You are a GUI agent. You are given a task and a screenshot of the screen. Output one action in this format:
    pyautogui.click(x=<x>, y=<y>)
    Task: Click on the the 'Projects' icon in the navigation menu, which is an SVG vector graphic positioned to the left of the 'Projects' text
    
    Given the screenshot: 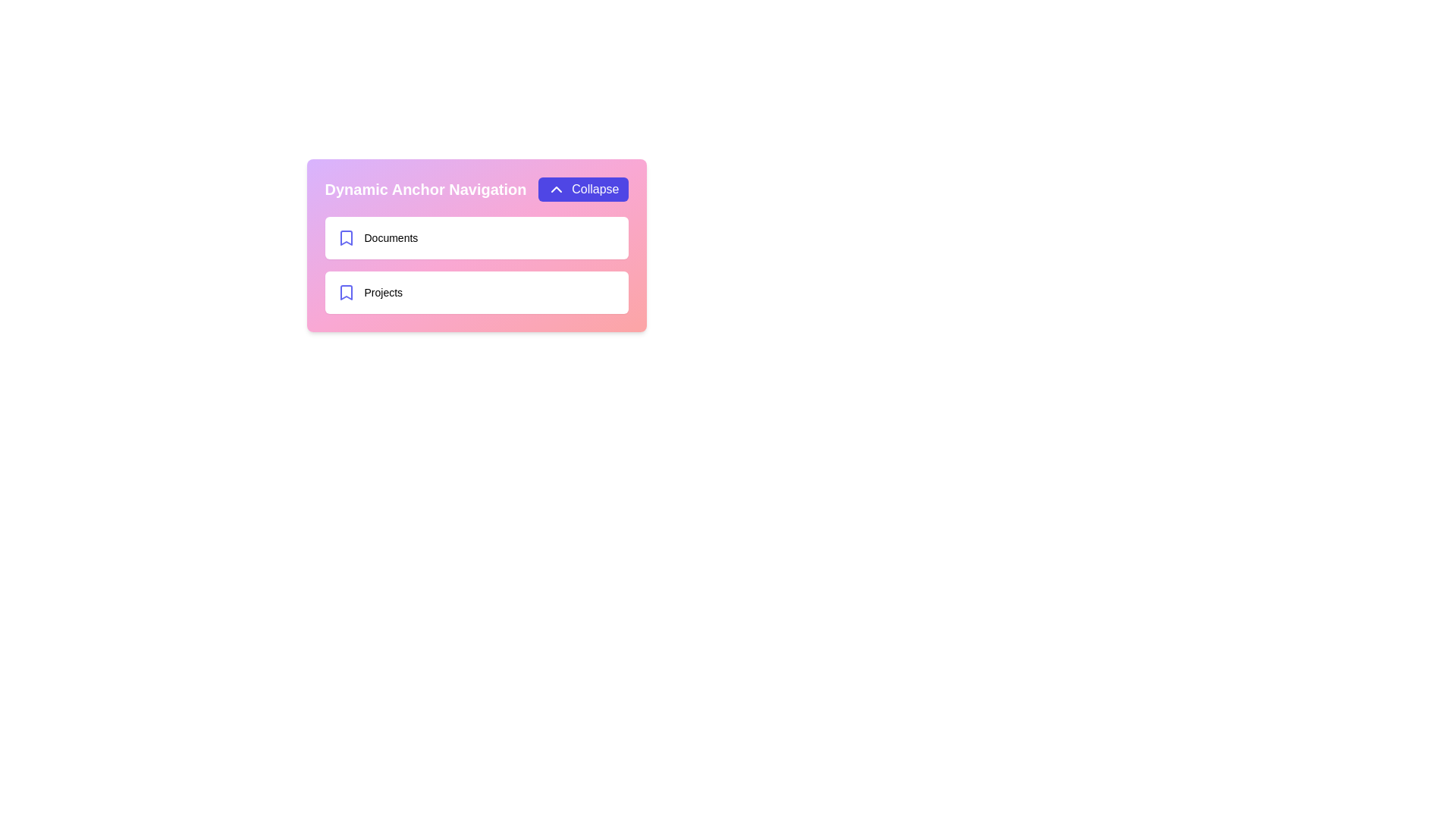 What is the action you would take?
    pyautogui.click(x=345, y=292)
    